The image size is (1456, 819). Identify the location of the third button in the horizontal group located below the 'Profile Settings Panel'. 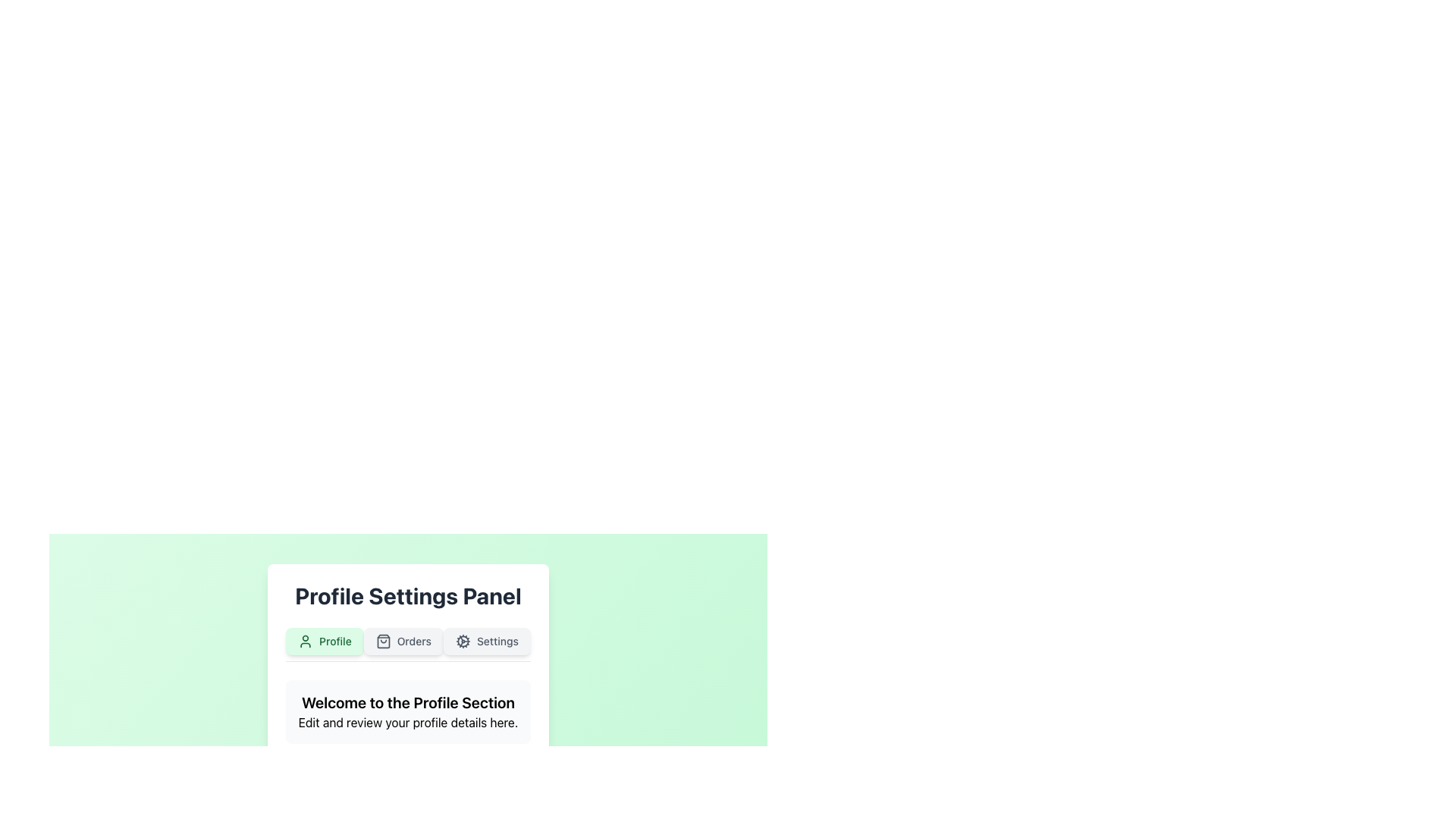
(487, 641).